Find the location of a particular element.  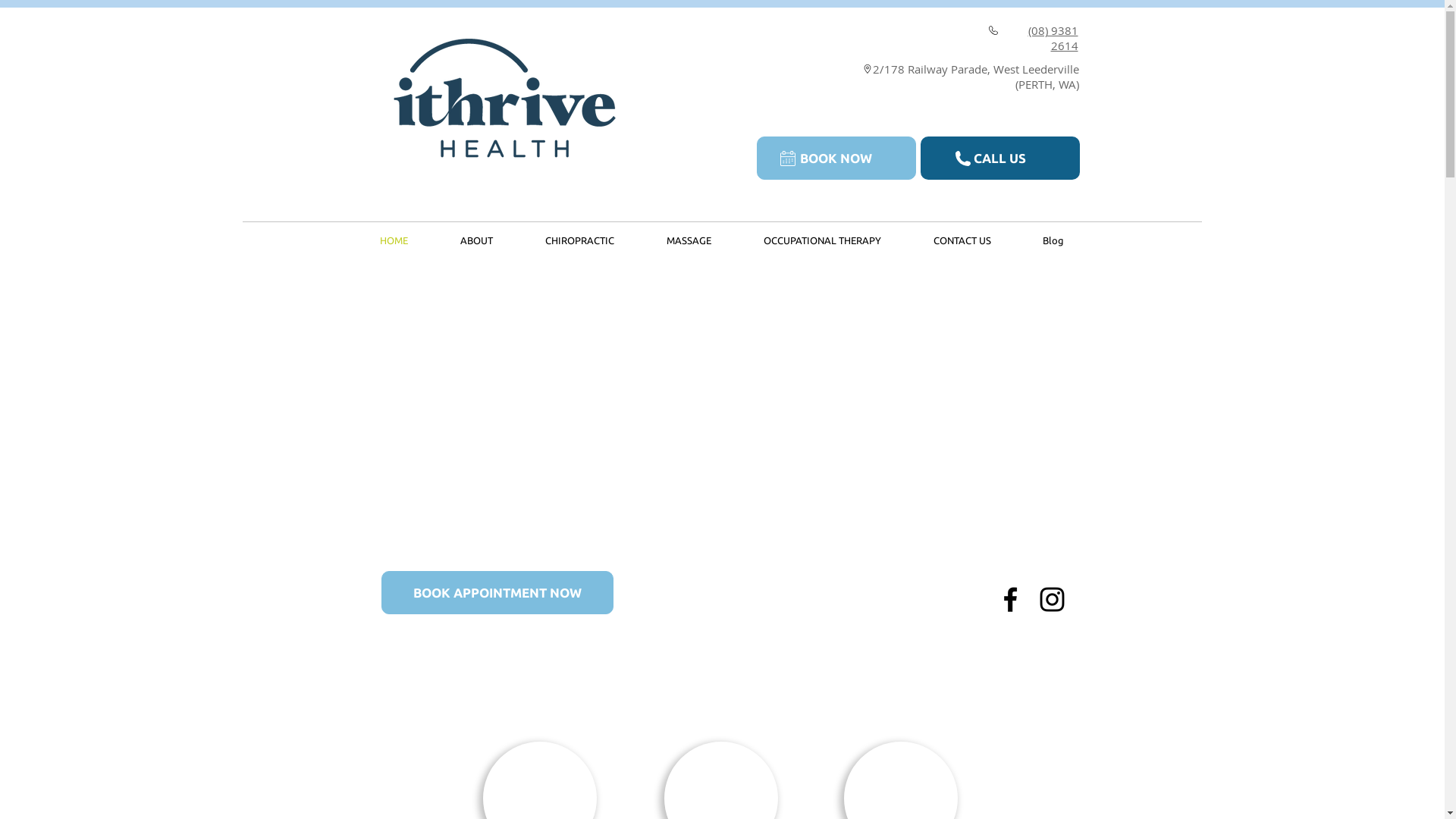

'BOOK NOW' is located at coordinates (836, 158).